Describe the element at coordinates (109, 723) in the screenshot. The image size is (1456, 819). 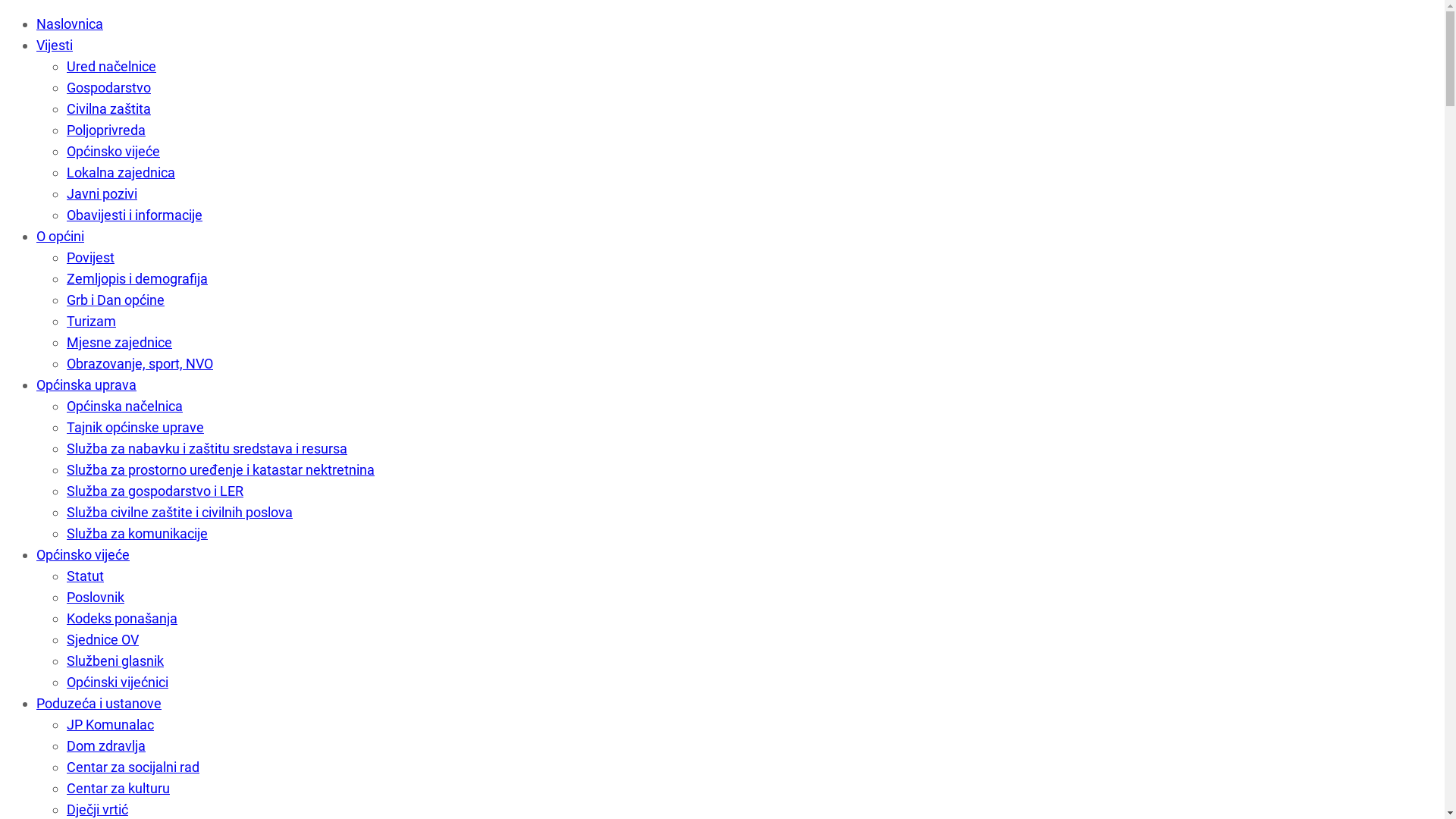
I see `'JP Komunalac'` at that location.